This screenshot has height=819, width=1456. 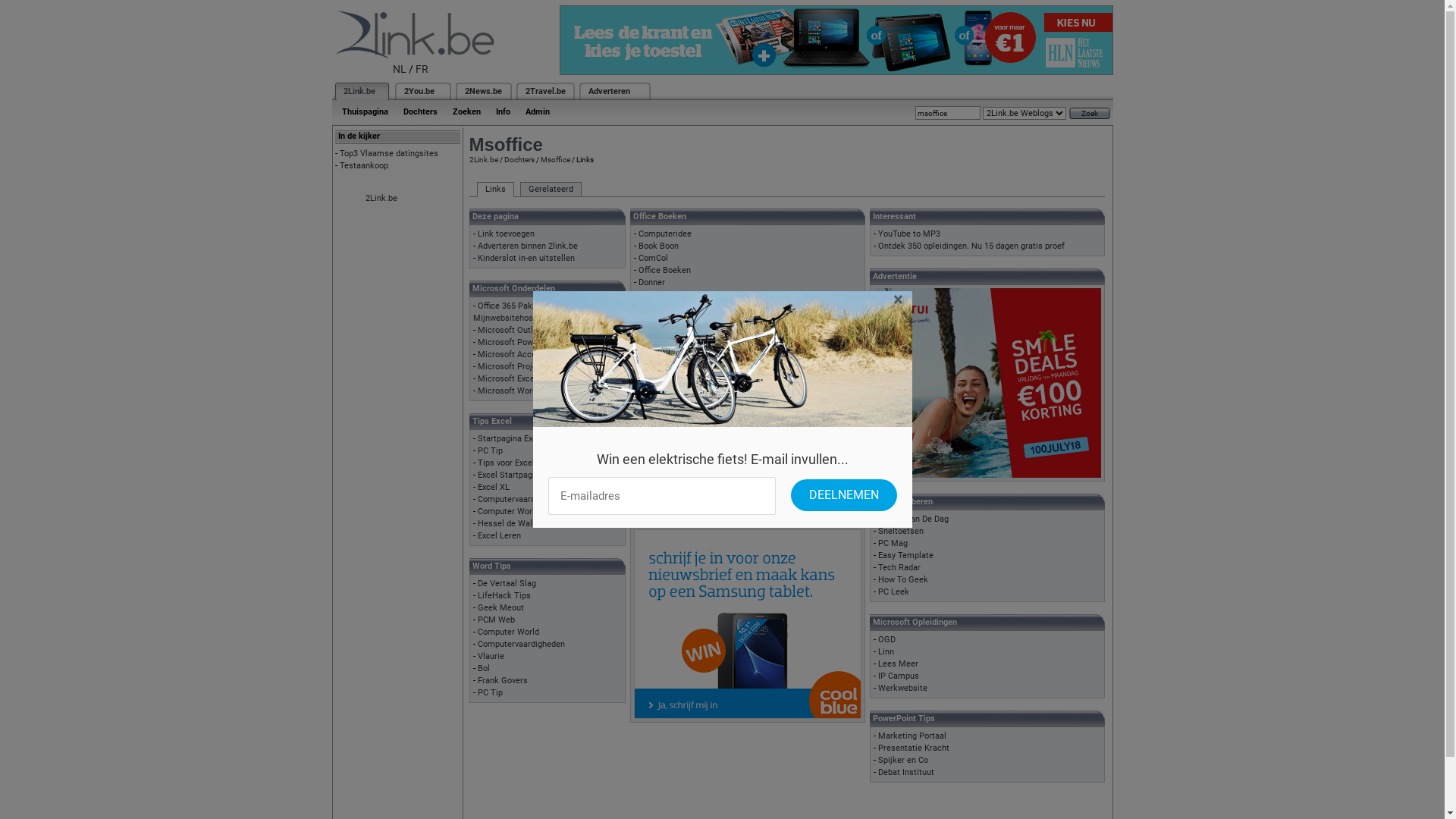 What do you see at coordinates (1088, 112) in the screenshot?
I see `'Zoek'` at bounding box center [1088, 112].